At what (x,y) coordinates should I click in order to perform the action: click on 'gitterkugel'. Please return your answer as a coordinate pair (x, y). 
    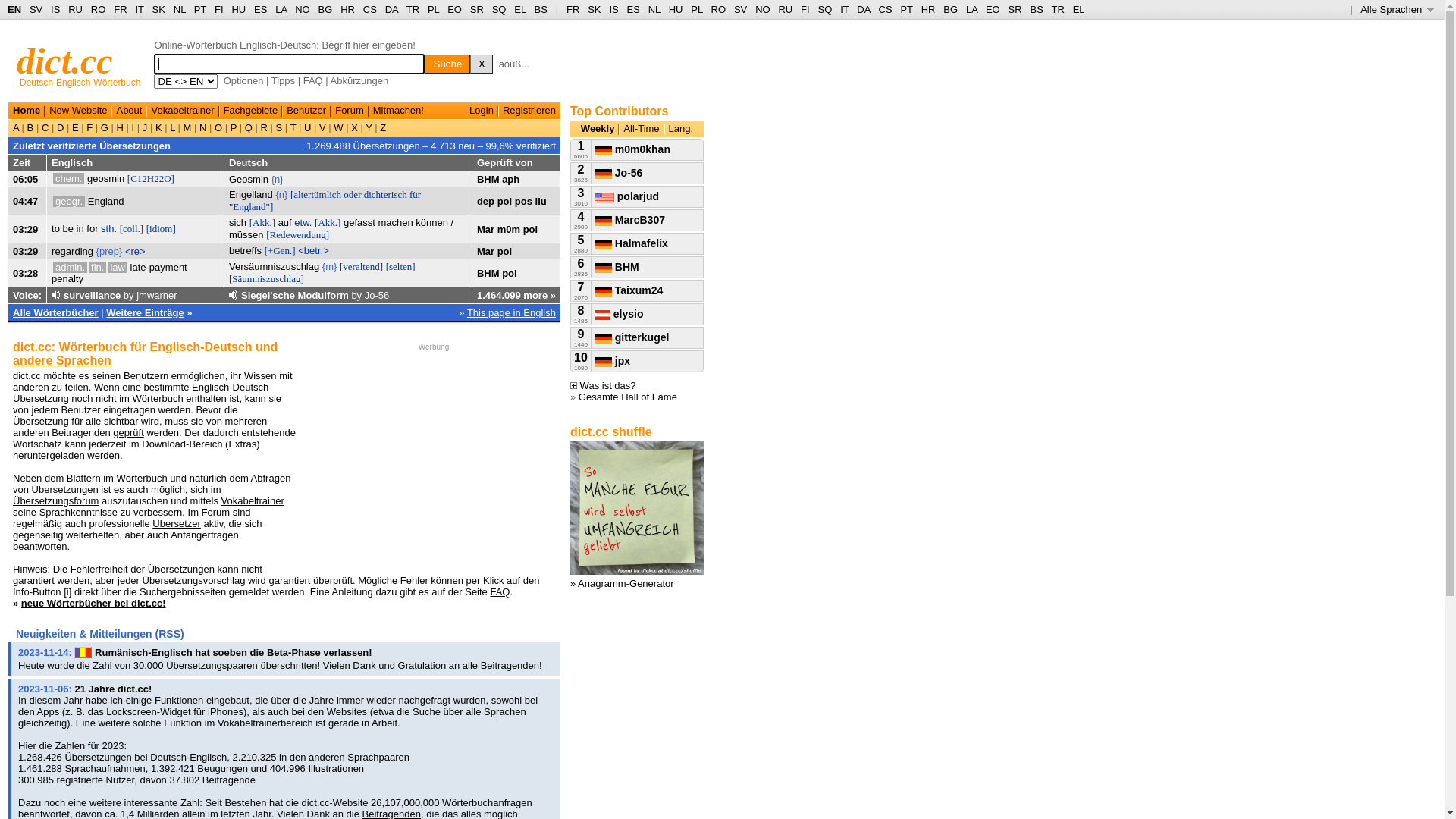
    Looking at the image, I should click on (595, 336).